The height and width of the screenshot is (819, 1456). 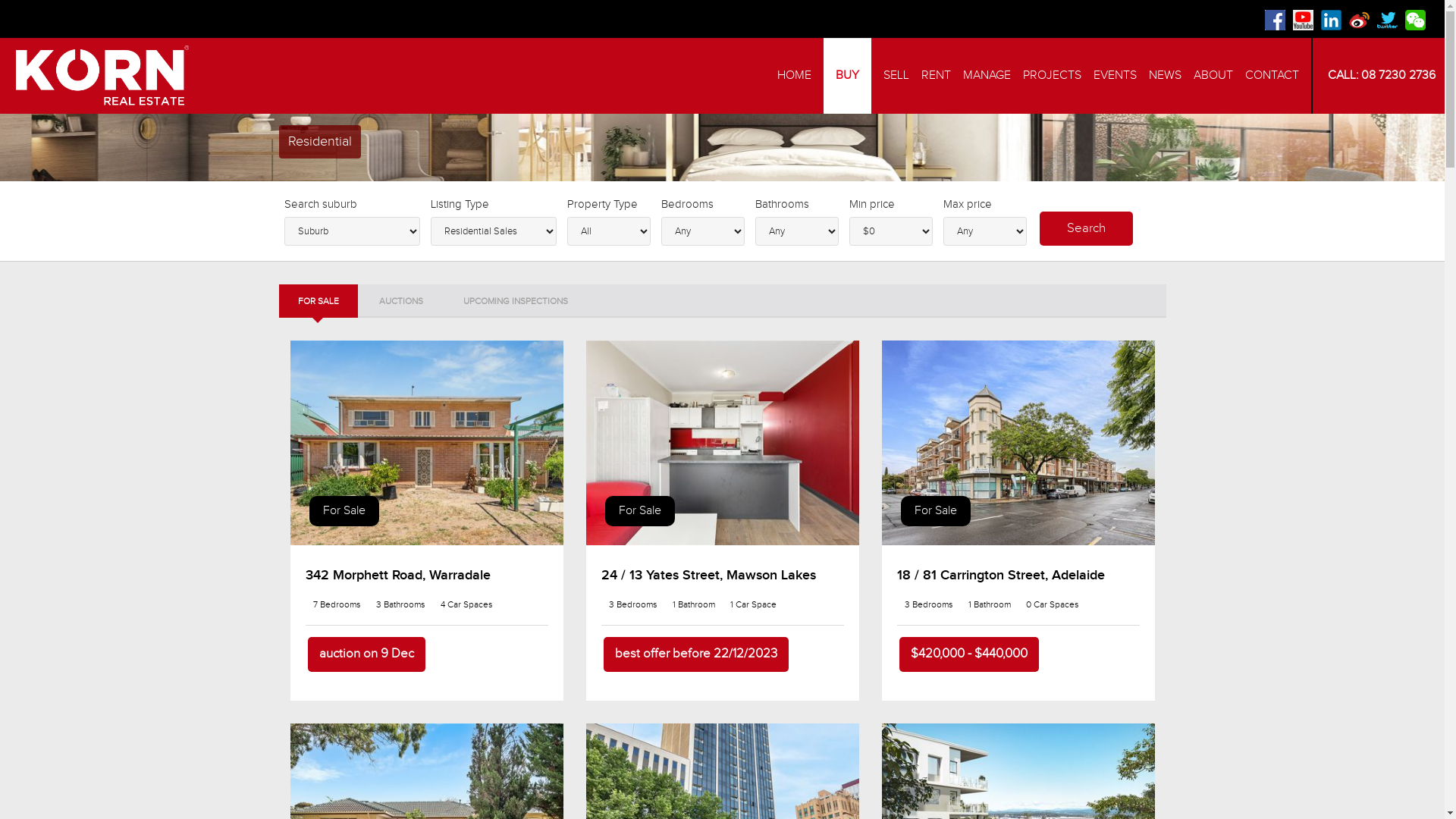 I want to click on 'BUY', so click(x=822, y=76).